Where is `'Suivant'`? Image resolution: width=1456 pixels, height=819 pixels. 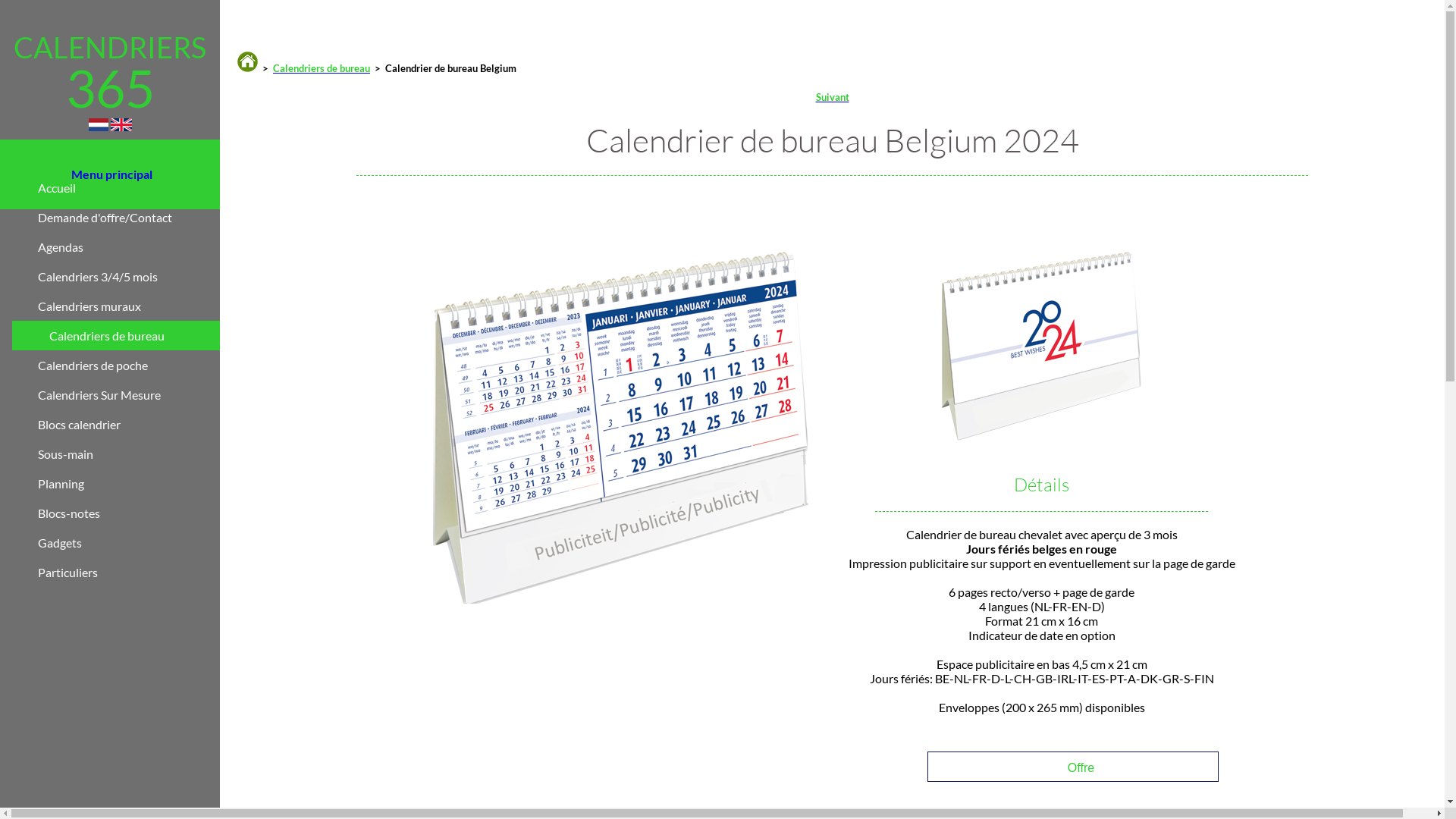 'Suivant' is located at coordinates (814, 96).